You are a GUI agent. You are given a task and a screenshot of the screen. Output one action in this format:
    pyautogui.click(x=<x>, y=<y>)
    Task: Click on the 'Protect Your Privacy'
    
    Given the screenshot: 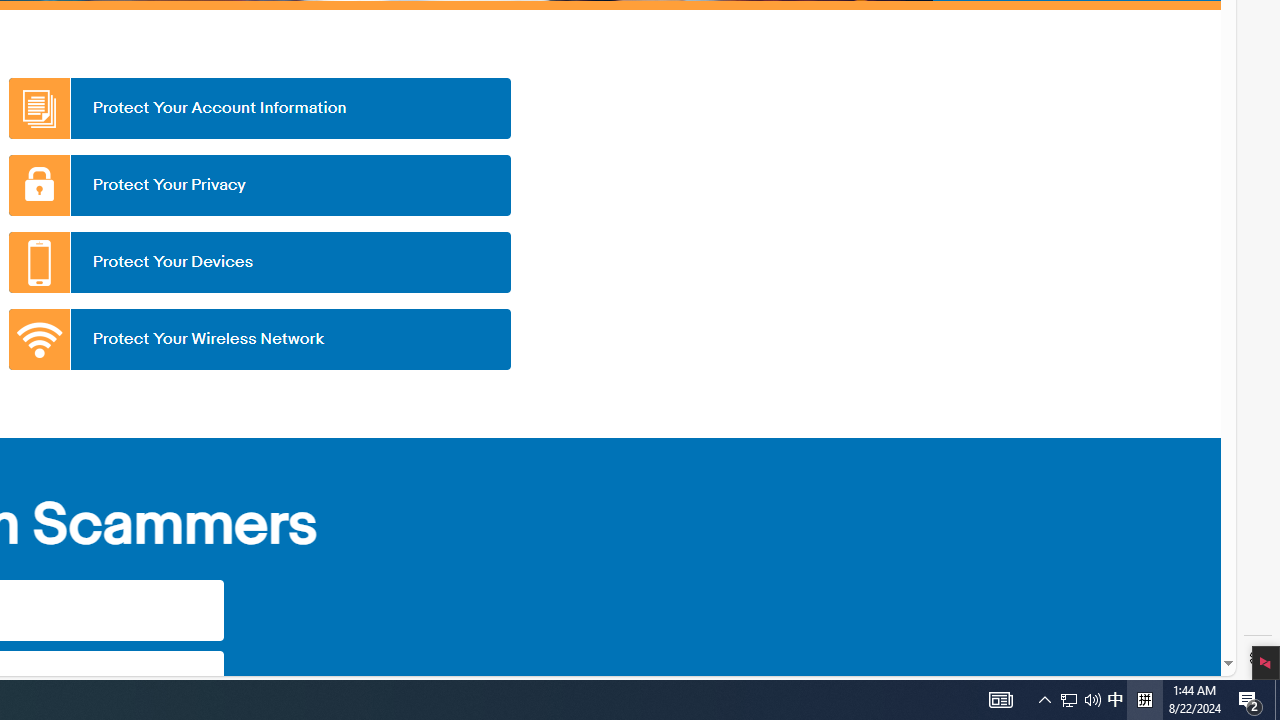 What is the action you would take?
    pyautogui.click(x=258, y=185)
    